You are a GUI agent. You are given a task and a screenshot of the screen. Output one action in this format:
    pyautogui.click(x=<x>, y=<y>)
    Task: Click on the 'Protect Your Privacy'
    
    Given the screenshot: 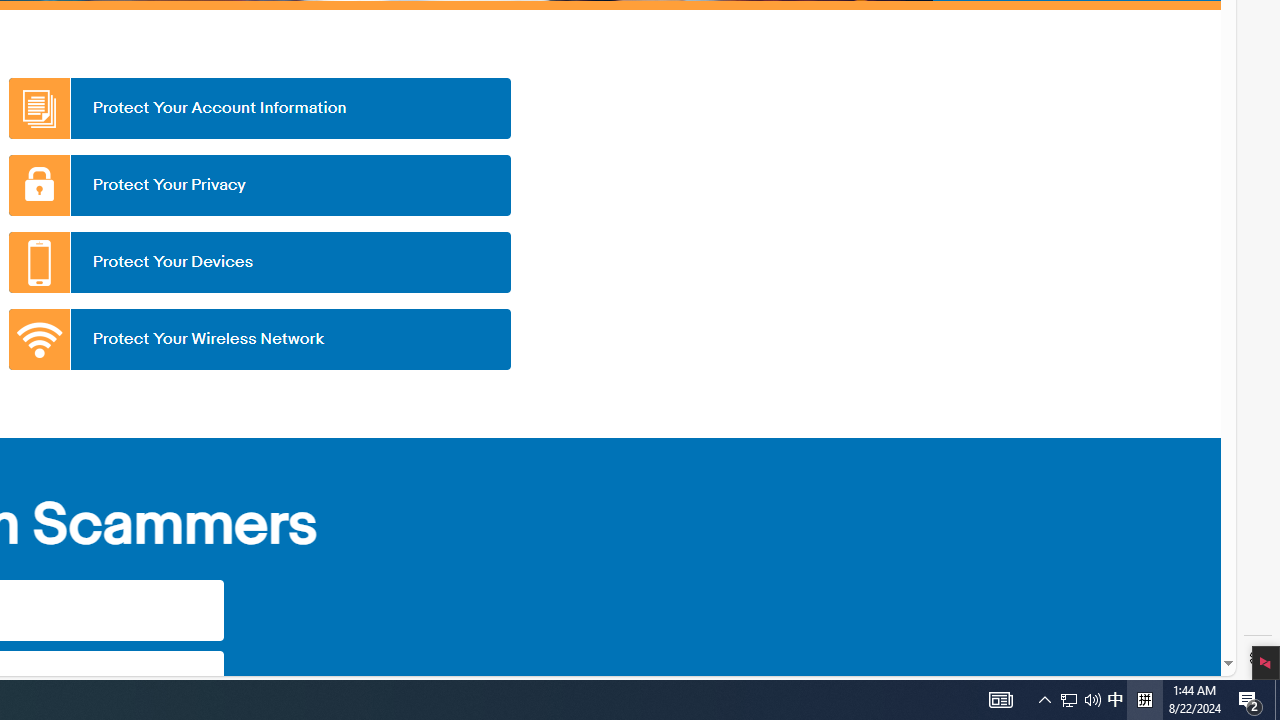 What is the action you would take?
    pyautogui.click(x=258, y=185)
    